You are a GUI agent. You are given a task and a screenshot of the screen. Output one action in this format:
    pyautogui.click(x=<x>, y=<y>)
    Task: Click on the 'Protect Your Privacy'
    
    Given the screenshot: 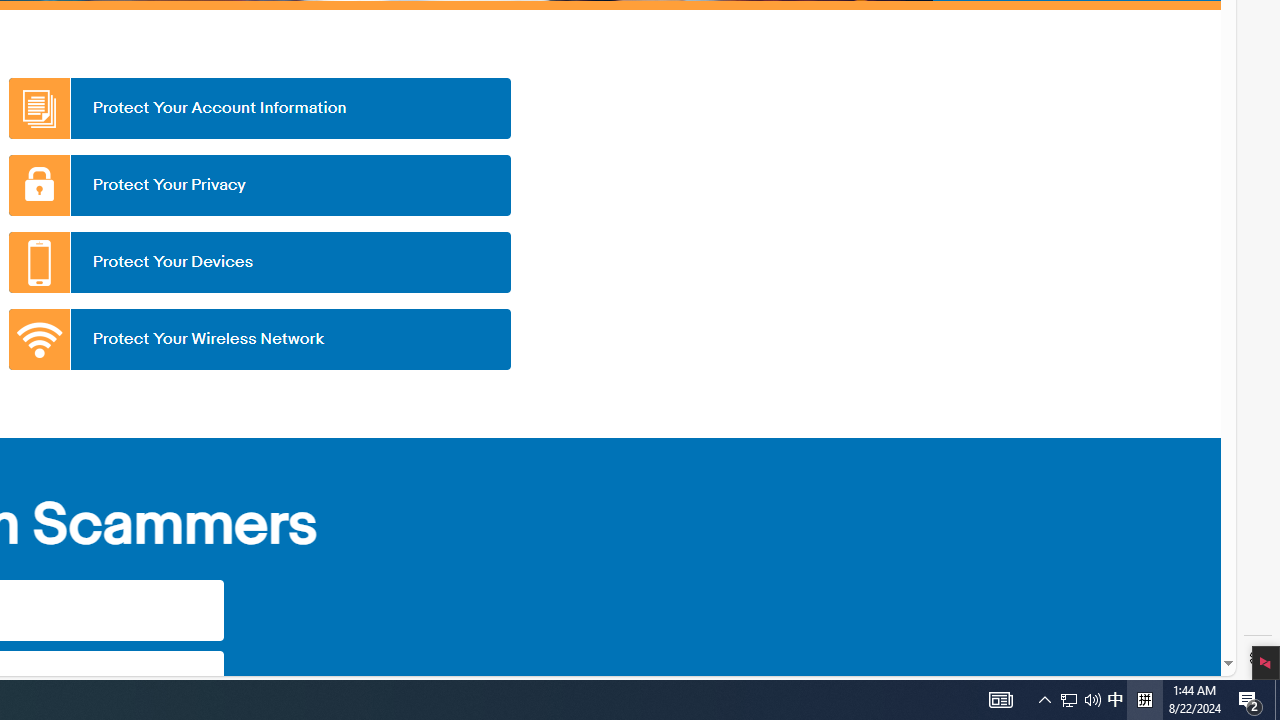 What is the action you would take?
    pyautogui.click(x=258, y=185)
    